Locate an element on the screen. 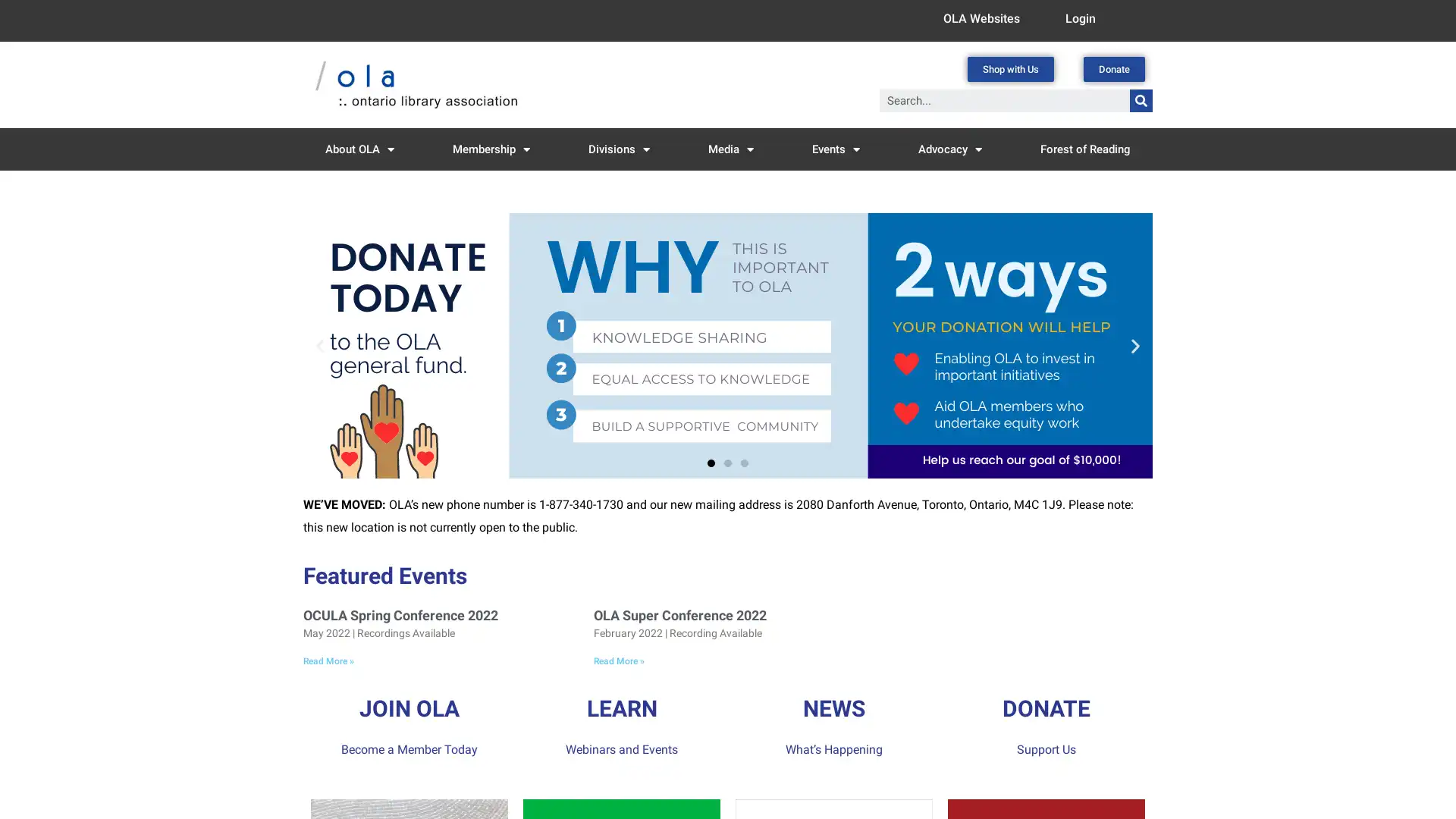 The image size is (1456, 819). Go to slide 2 is located at coordinates (728, 462).